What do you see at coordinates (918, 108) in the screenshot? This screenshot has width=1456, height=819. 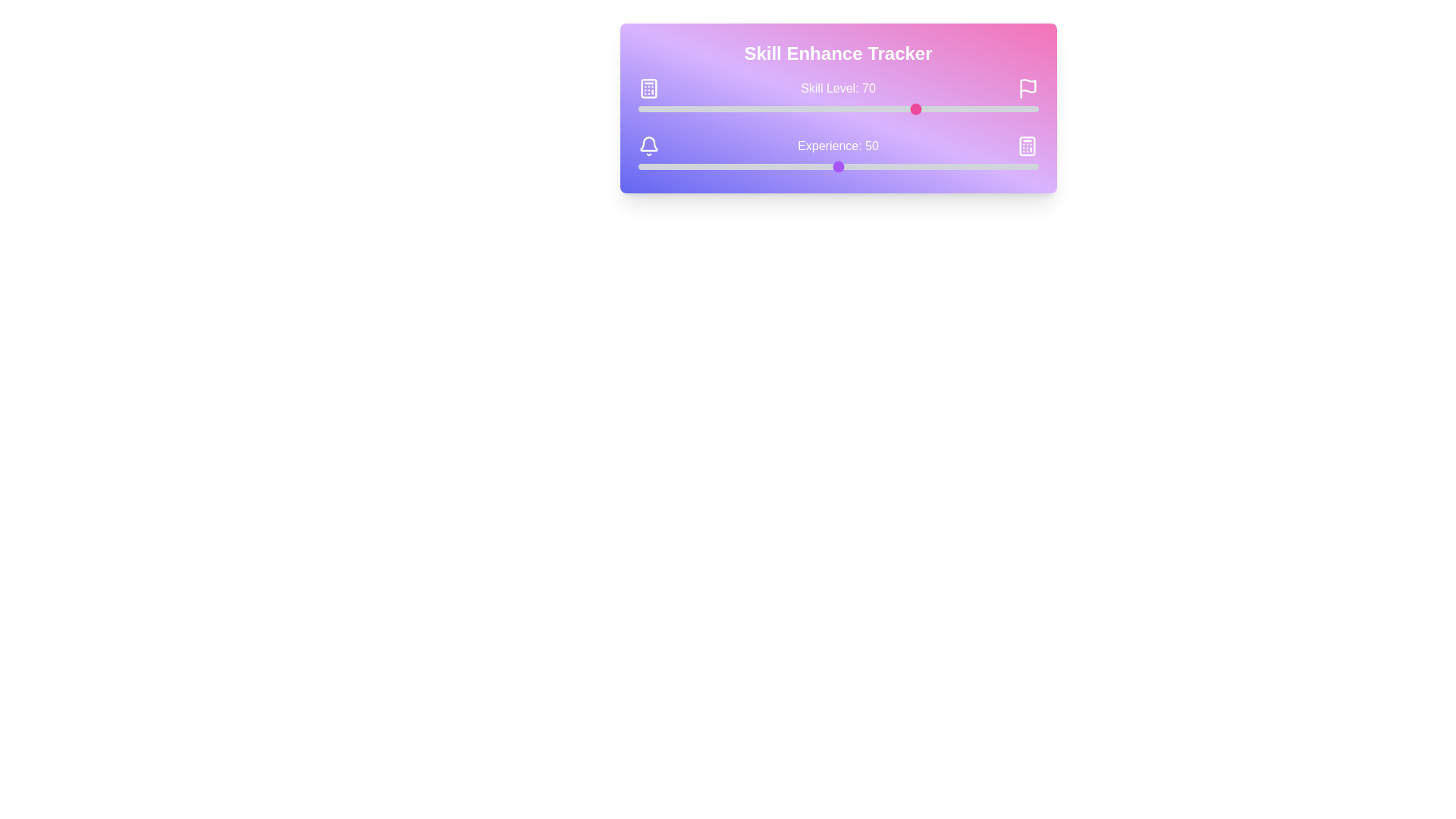 I see `the skill level slider to 70, where 70 is a value between 0 and 100` at bounding box center [918, 108].